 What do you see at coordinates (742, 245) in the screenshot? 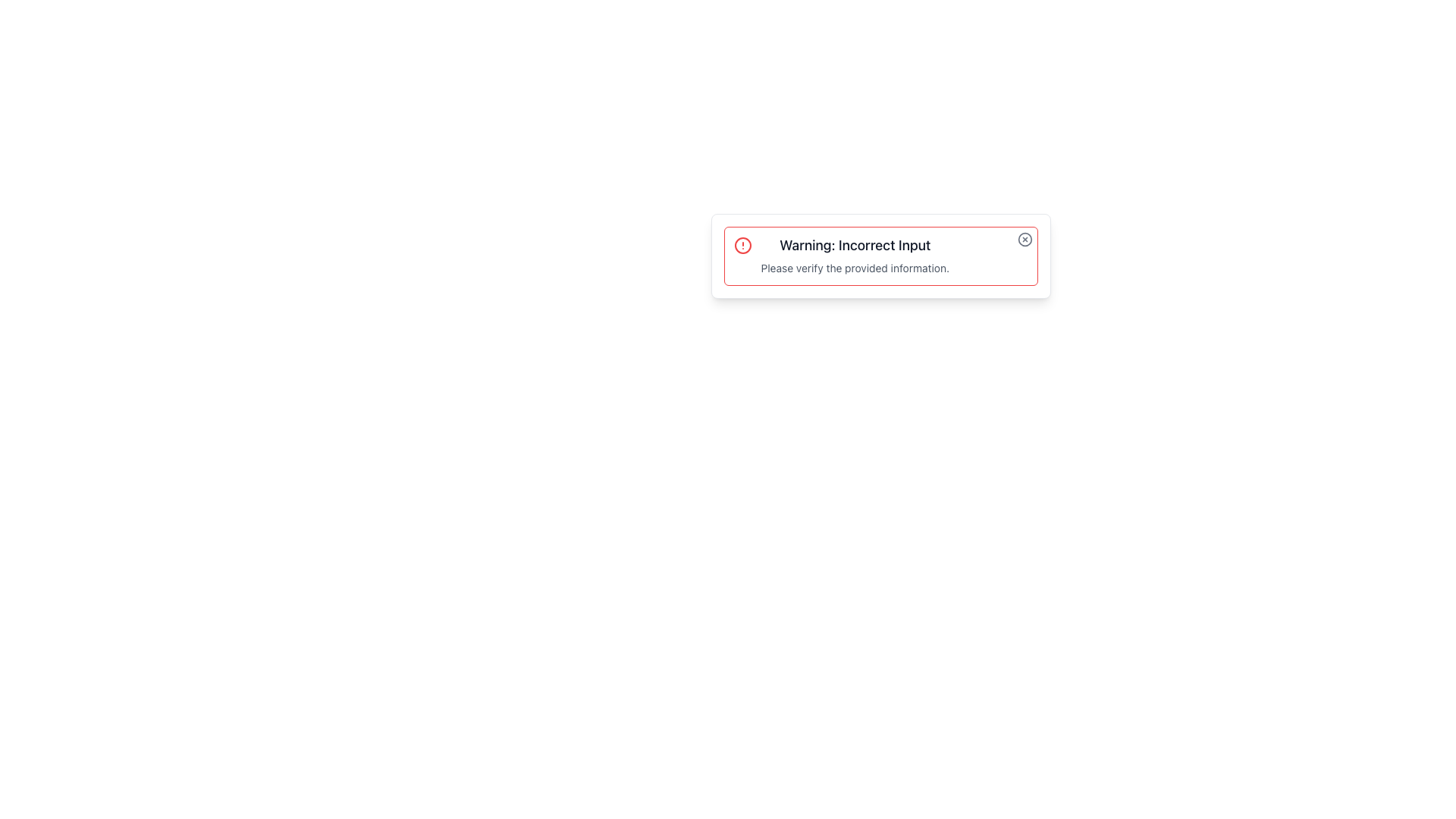
I see `the icon associated with the alert message, located within the alert box near the text ‘Warning: Incorrect Input.’` at bounding box center [742, 245].